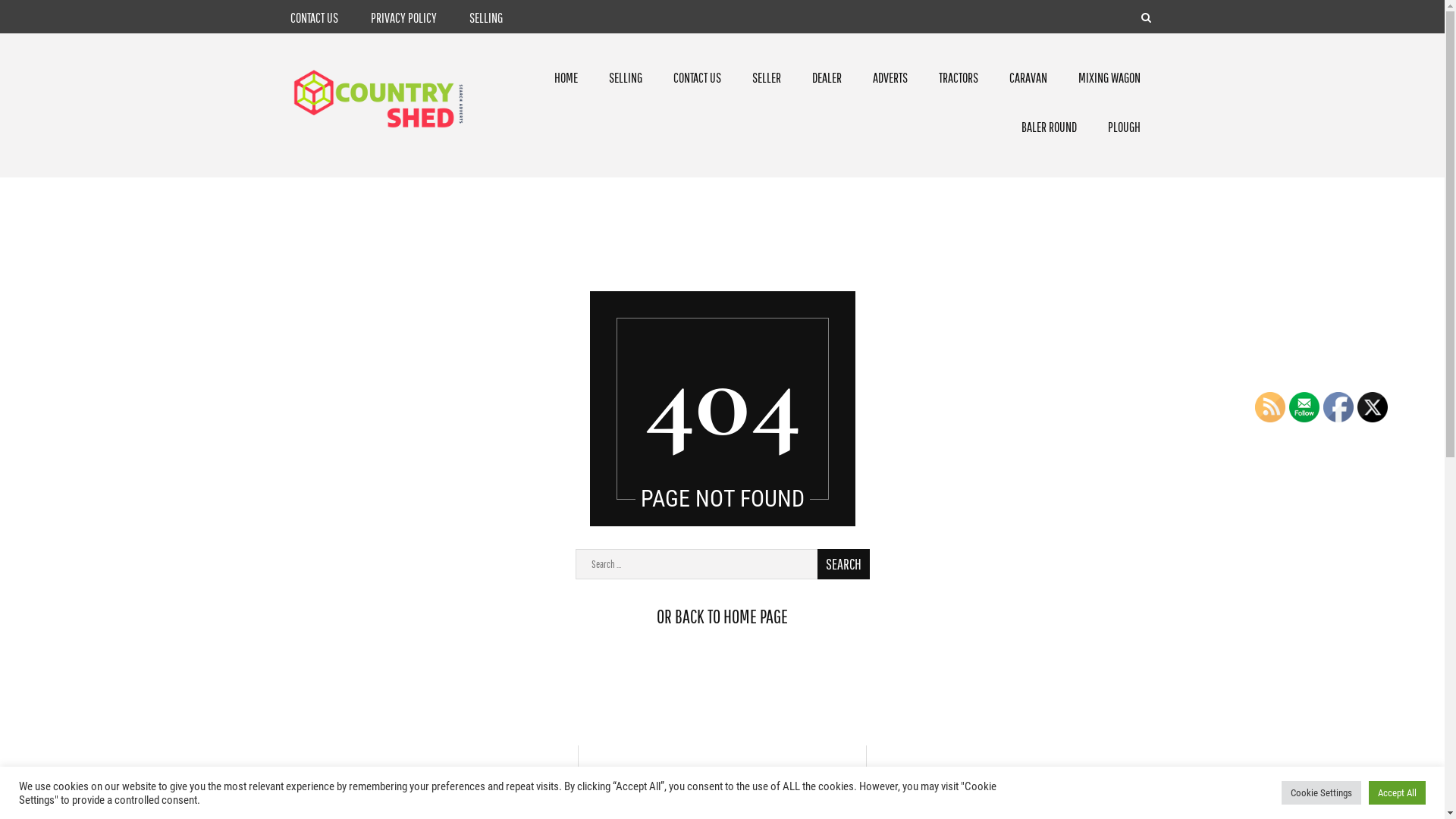 This screenshot has width=1456, height=819. What do you see at coordinates (1028, 77) in the screenshot?
I see `'CARAVAN'` at bounding box center [1028, 77].